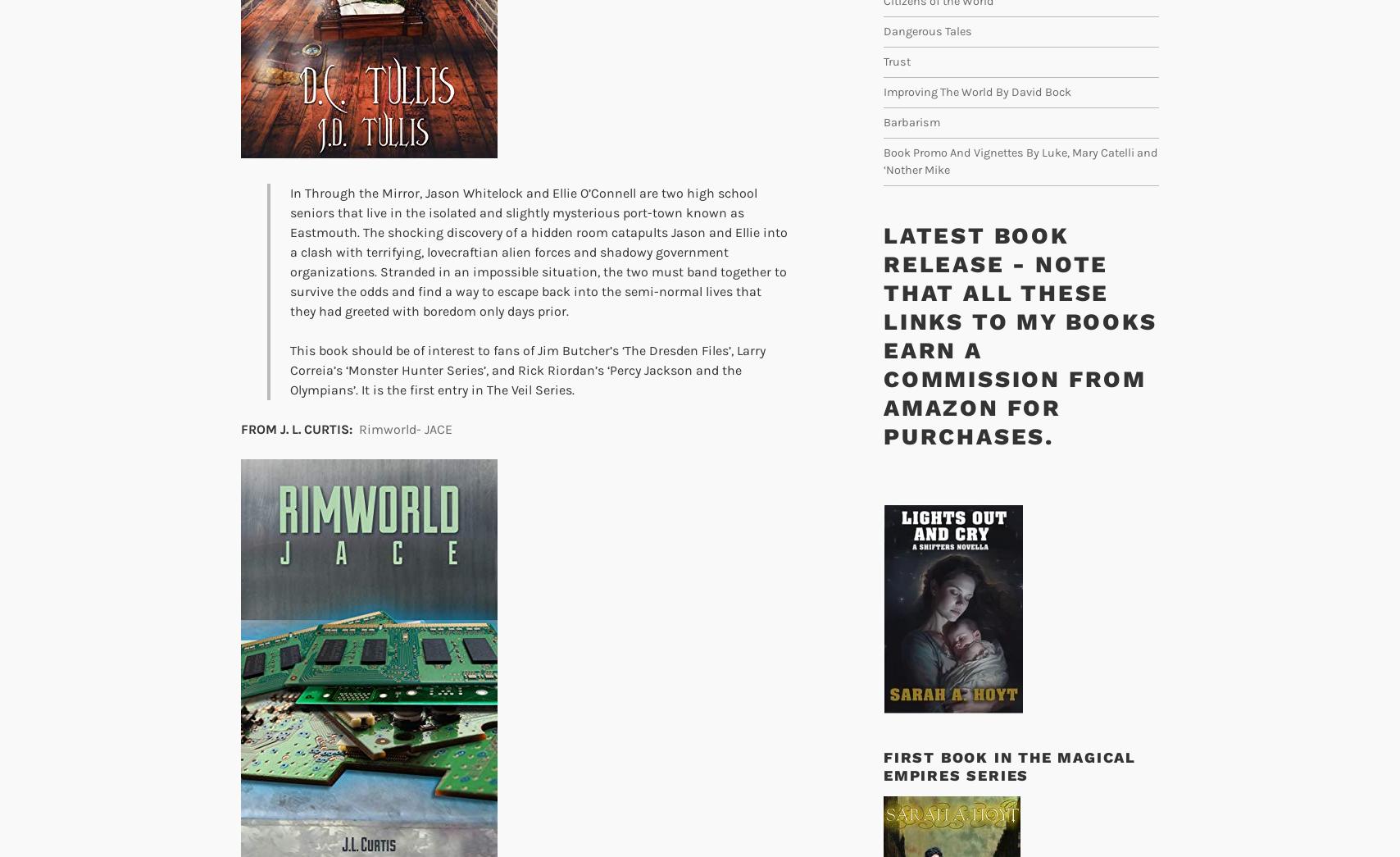 The image size is (1400, 857). I want to click on 'Dangerous Tales', so click(883, 30).